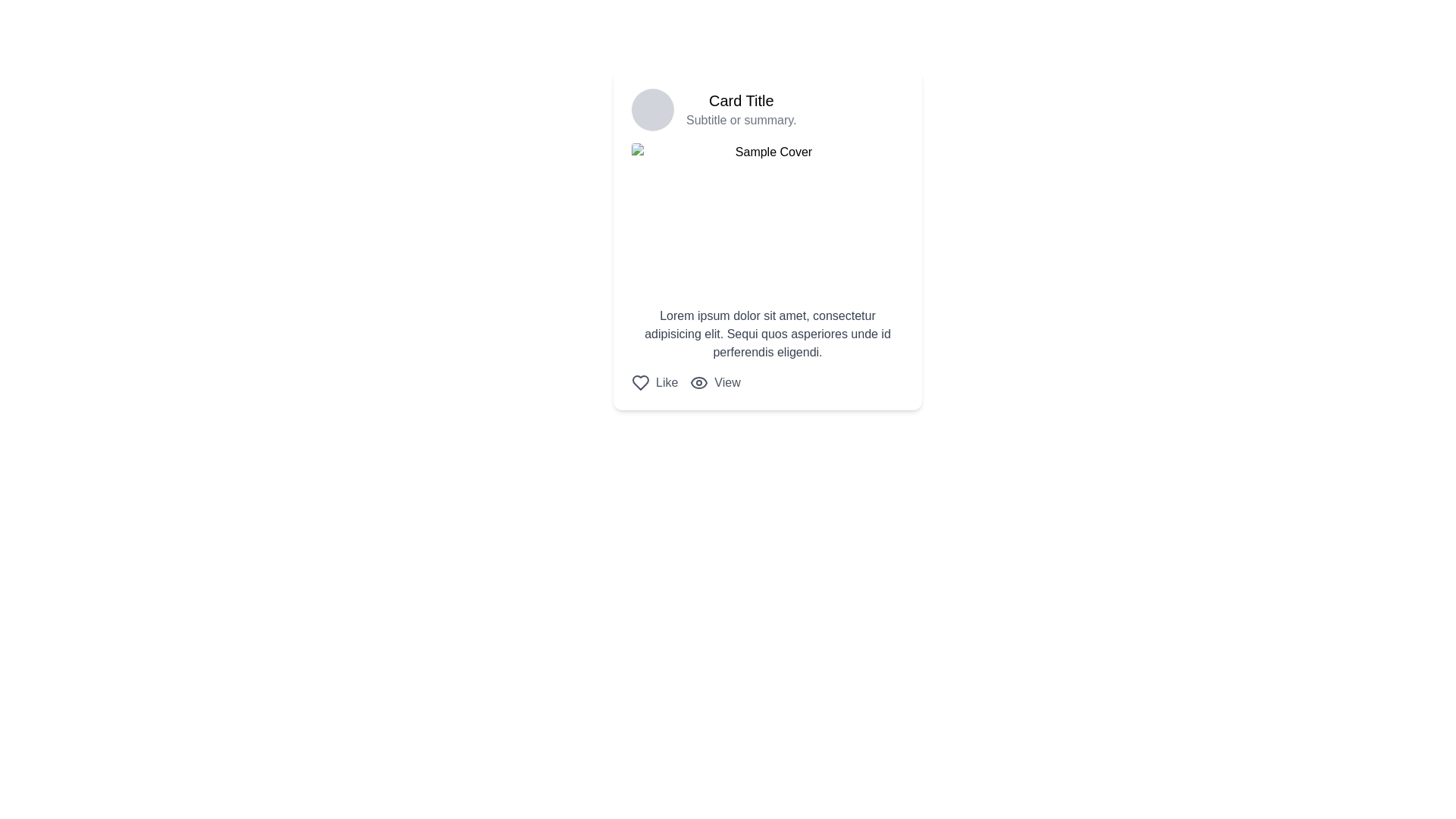 Image resolution: width=1456 pixels, height=819 pixels. Describe the element at coordinates (714, 382) in the screenshot. I see `the 'View' button` at that location.